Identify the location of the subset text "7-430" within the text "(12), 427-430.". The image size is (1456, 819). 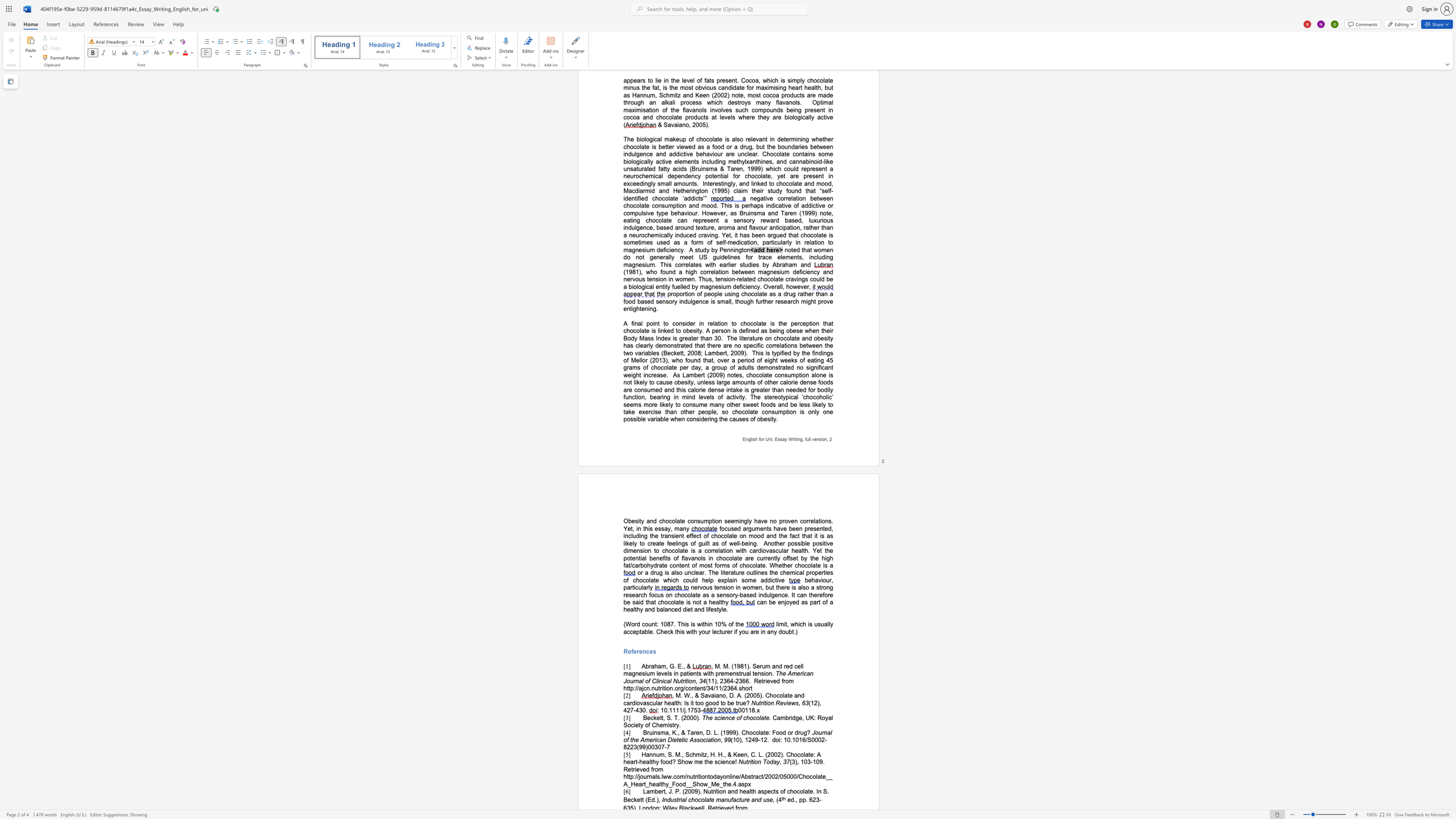
(630, 710).